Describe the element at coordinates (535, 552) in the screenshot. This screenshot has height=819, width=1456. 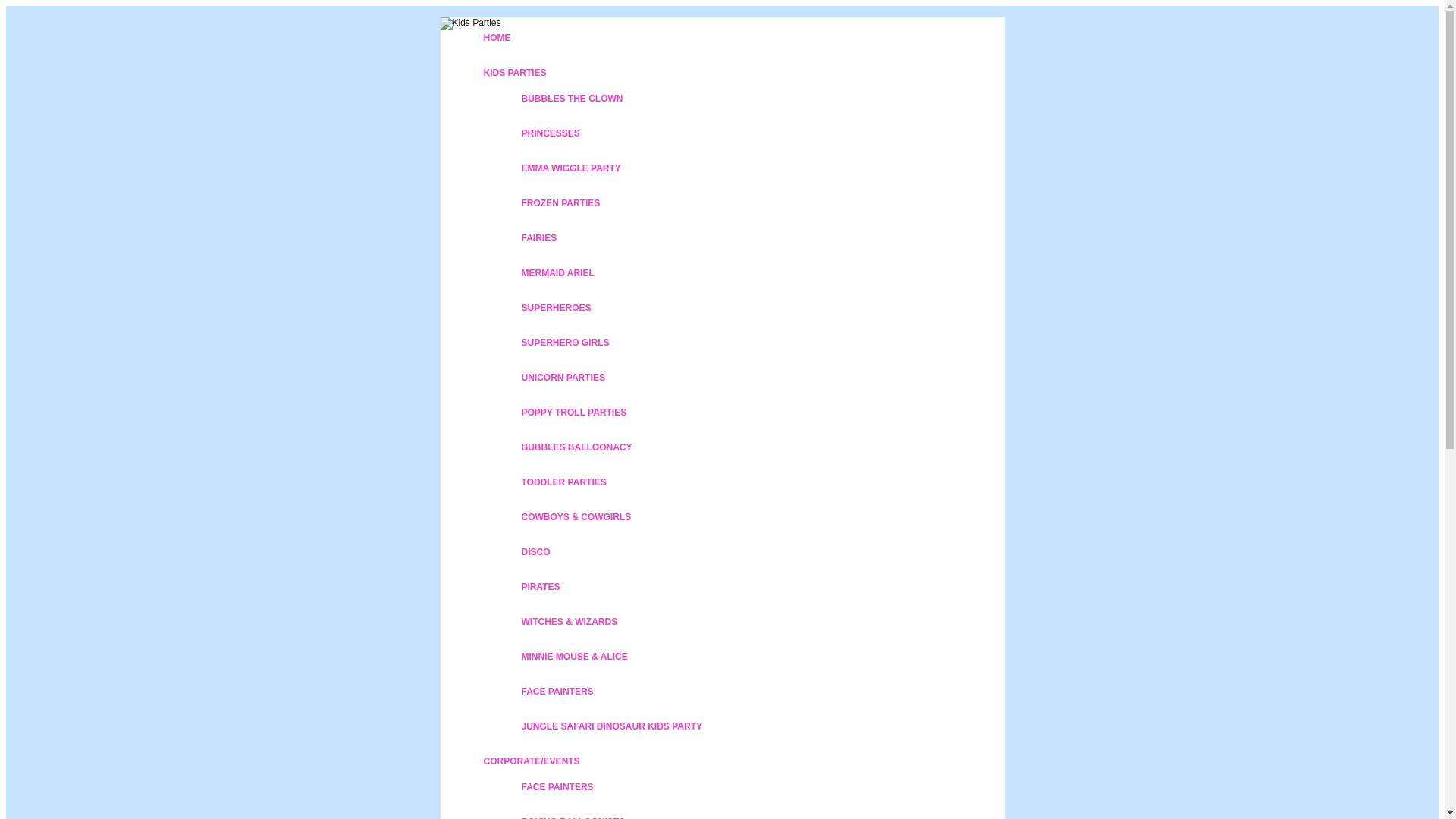
I see `'DISCO'` at that location.